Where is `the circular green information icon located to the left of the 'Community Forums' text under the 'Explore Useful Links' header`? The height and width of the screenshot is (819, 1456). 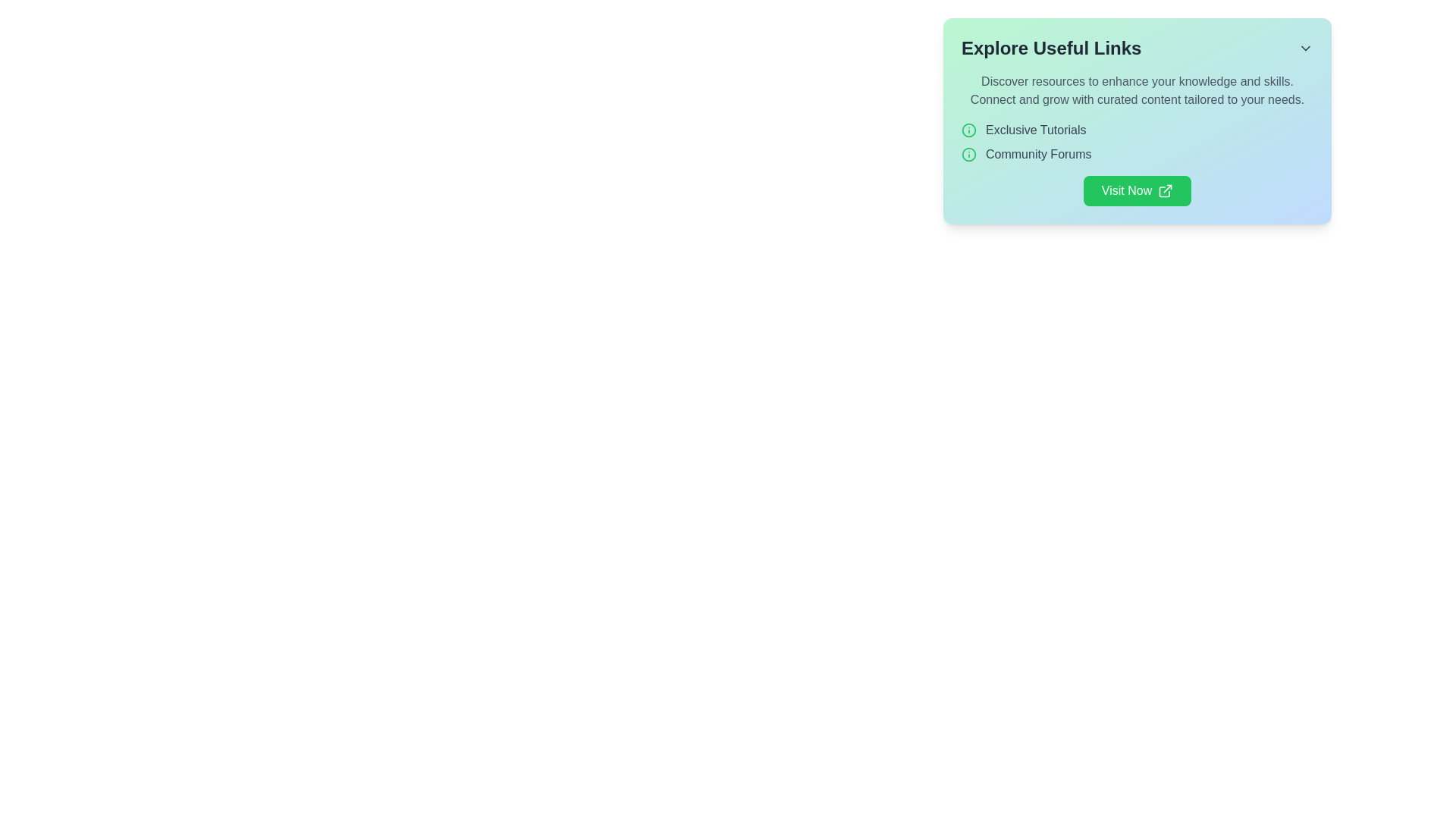 the circular green information icon located to the left of the 'Community Forums' text under the 'Explore Useful Links' header is located at coordinates (968, 155).